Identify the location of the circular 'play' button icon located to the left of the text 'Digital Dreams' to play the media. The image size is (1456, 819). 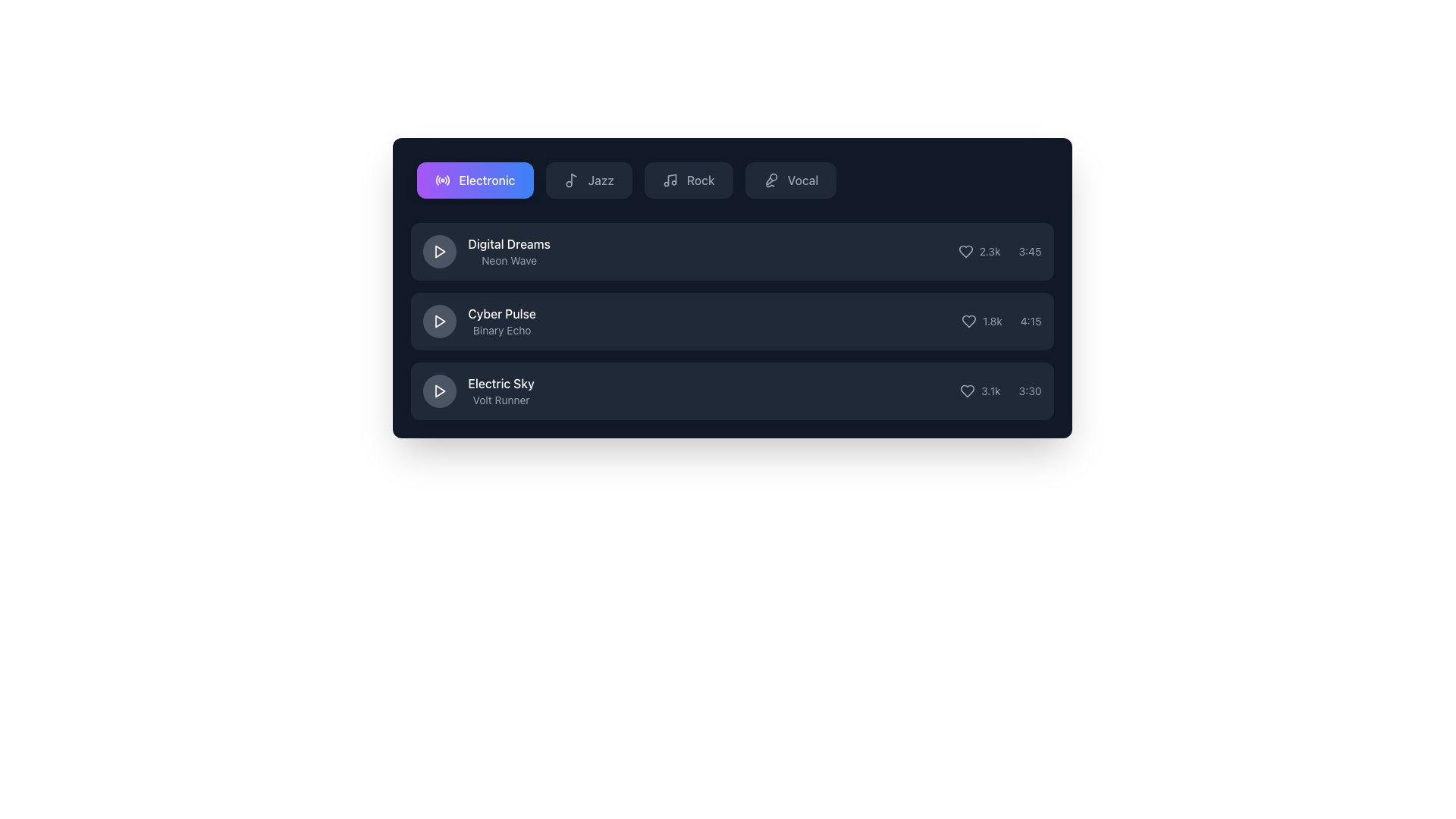
(439, 250).